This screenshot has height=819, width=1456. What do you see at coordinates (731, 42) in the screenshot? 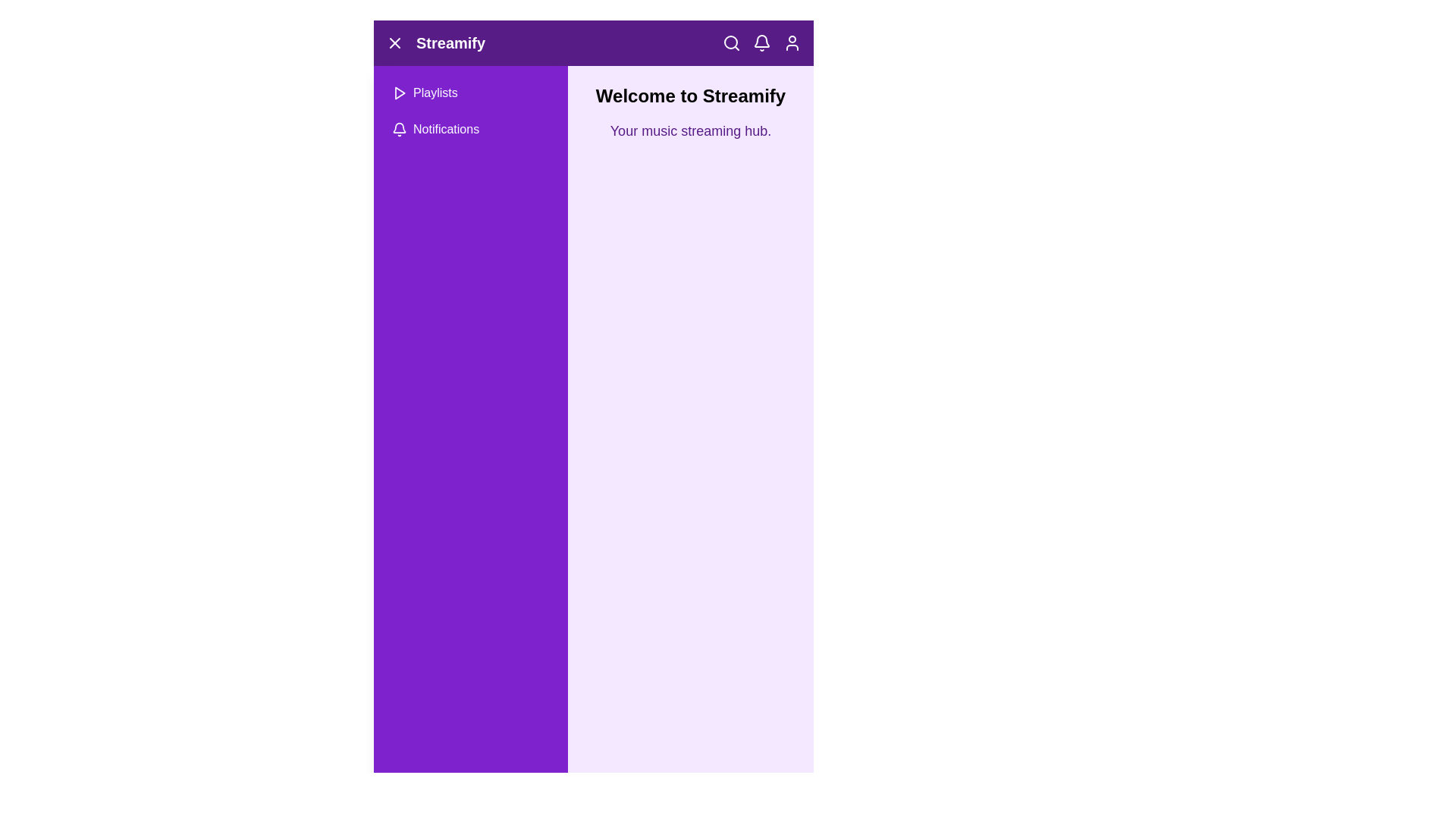
I see `the search button located at the top-right corner of the header bar to initiate a search operation` at bounding box center [731, 42].